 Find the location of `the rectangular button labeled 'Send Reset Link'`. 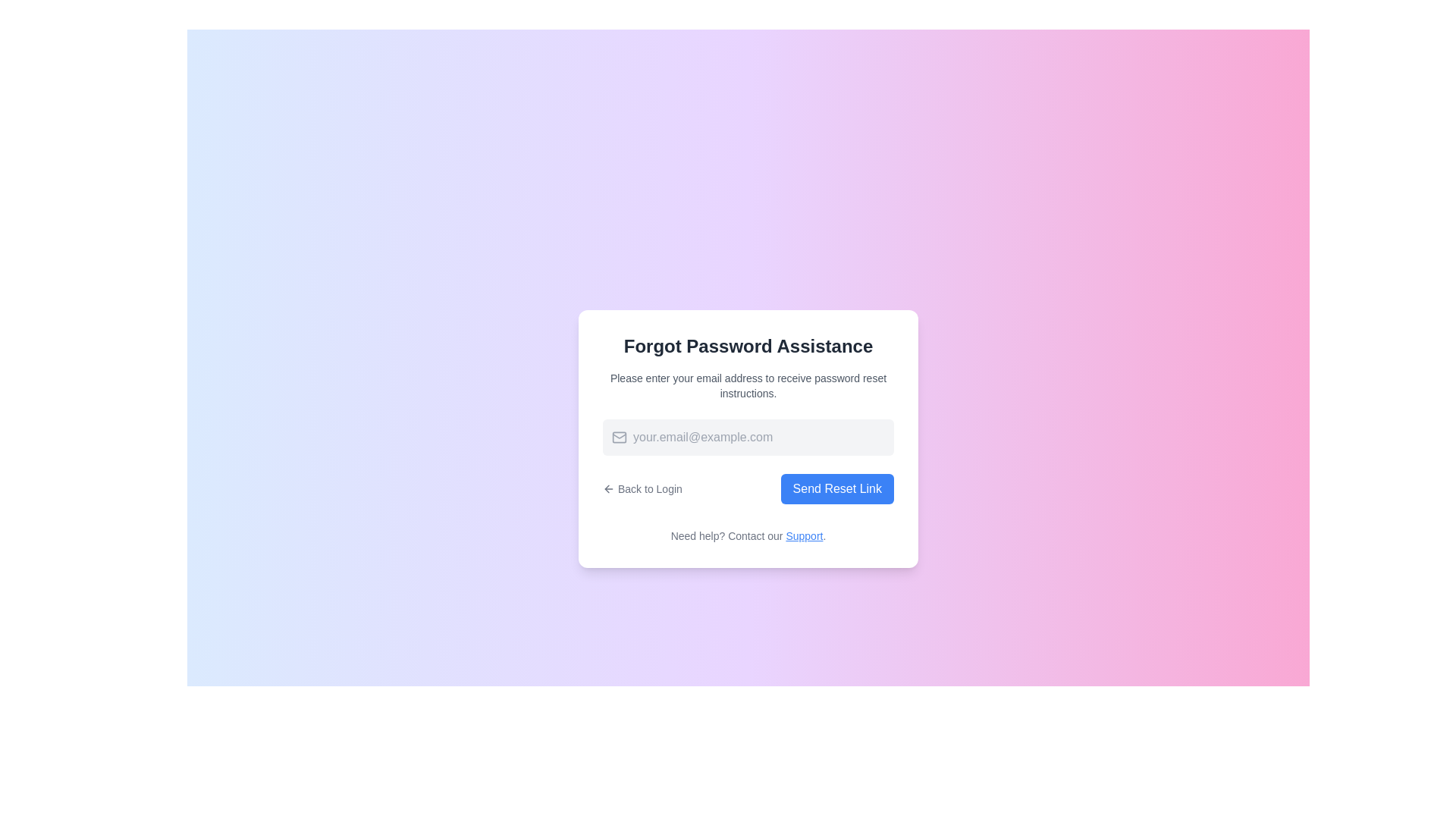

the rectangular button labeled 'Send Reset Link' is located at coordinates (836, 488).